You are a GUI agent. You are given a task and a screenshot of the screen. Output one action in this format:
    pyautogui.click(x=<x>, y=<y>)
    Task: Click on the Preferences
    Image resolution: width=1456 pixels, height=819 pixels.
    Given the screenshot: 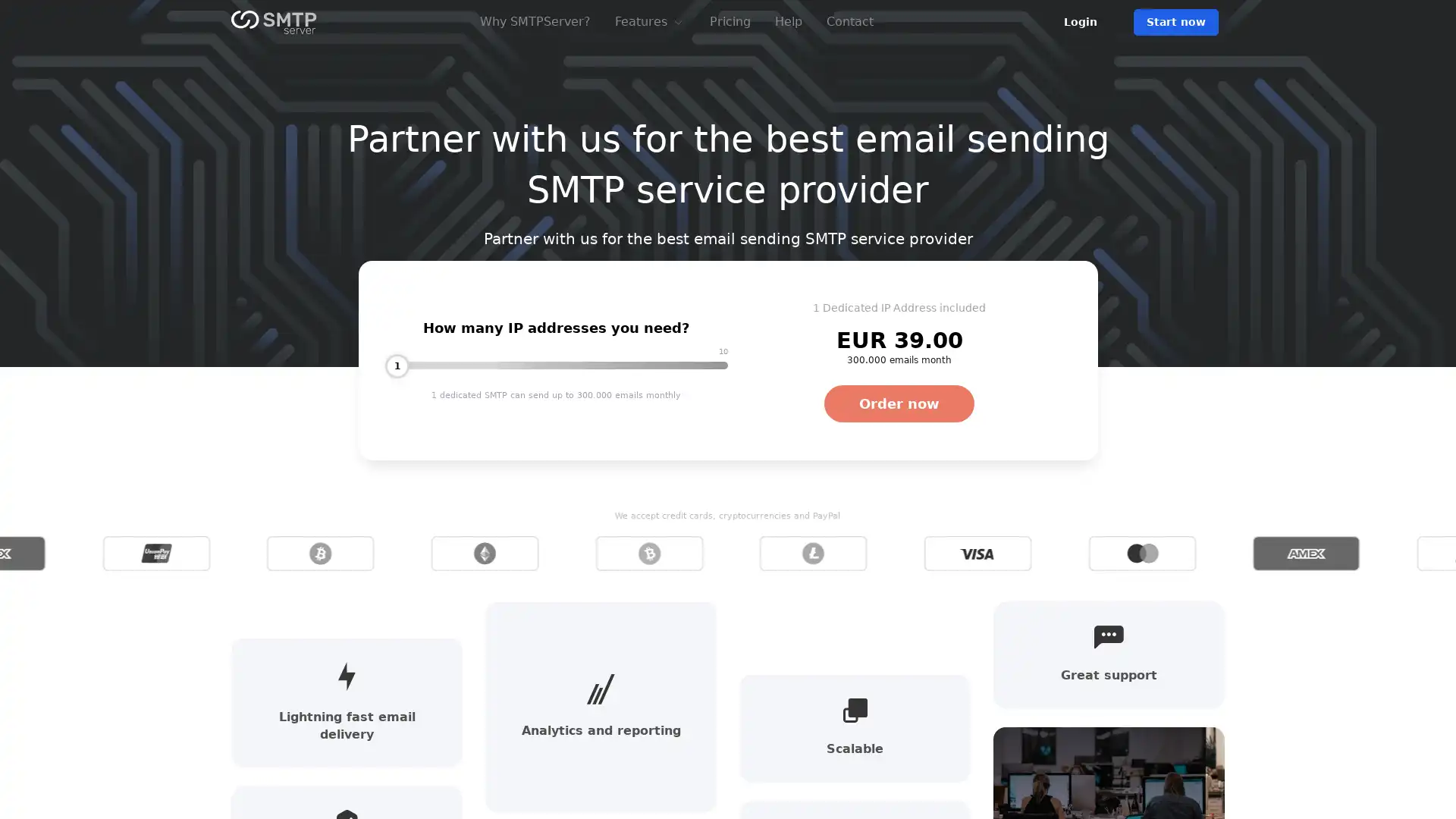 What is the action you would take?
    pyautogui.click(x=964, y=758)
    